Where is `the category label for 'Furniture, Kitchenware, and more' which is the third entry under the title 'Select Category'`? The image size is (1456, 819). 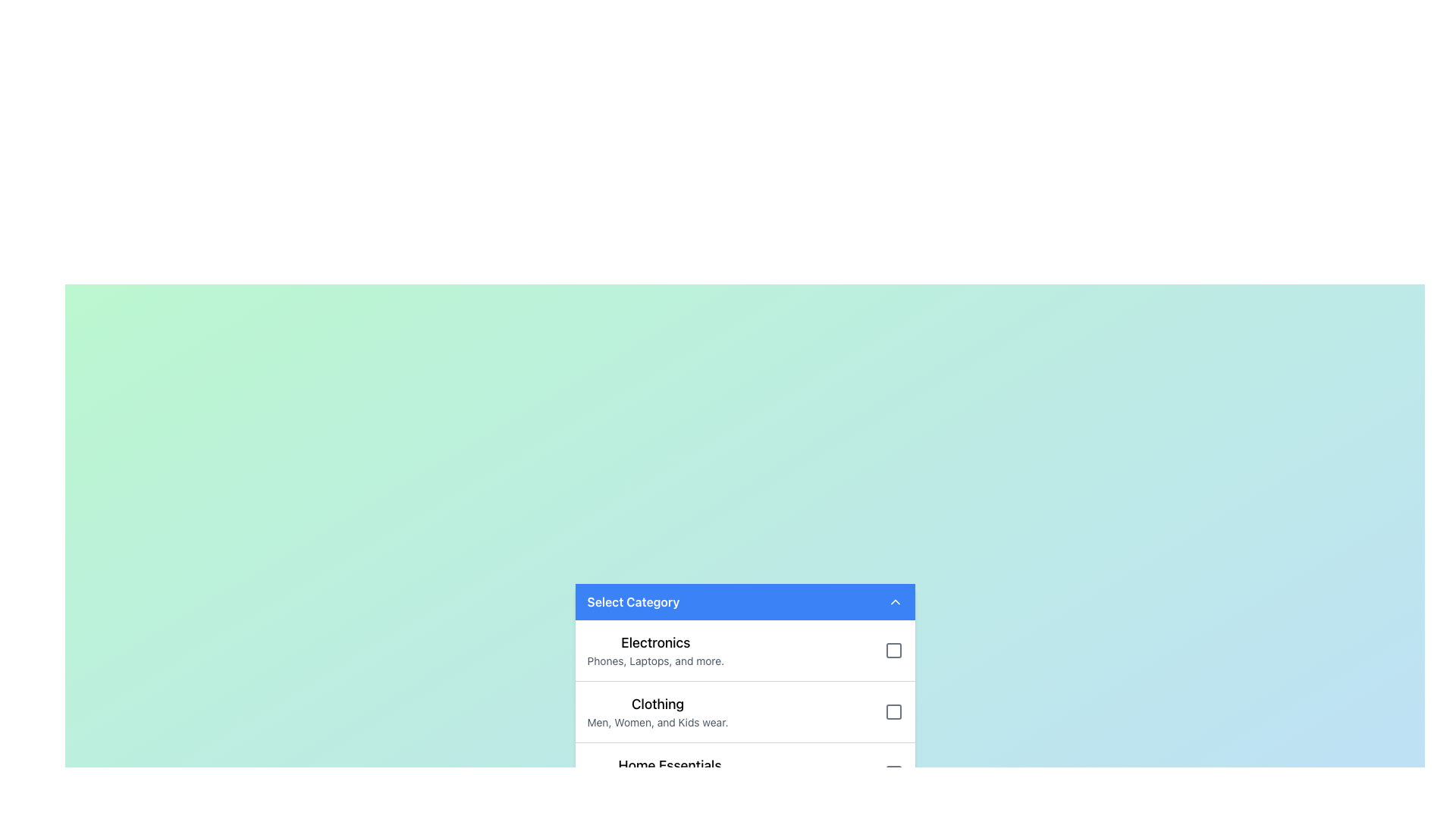 the category label for 'Furniture, Kitchenware, and more' which is the third entry under the title 'Select Category' is located at coordinates (669, 766).